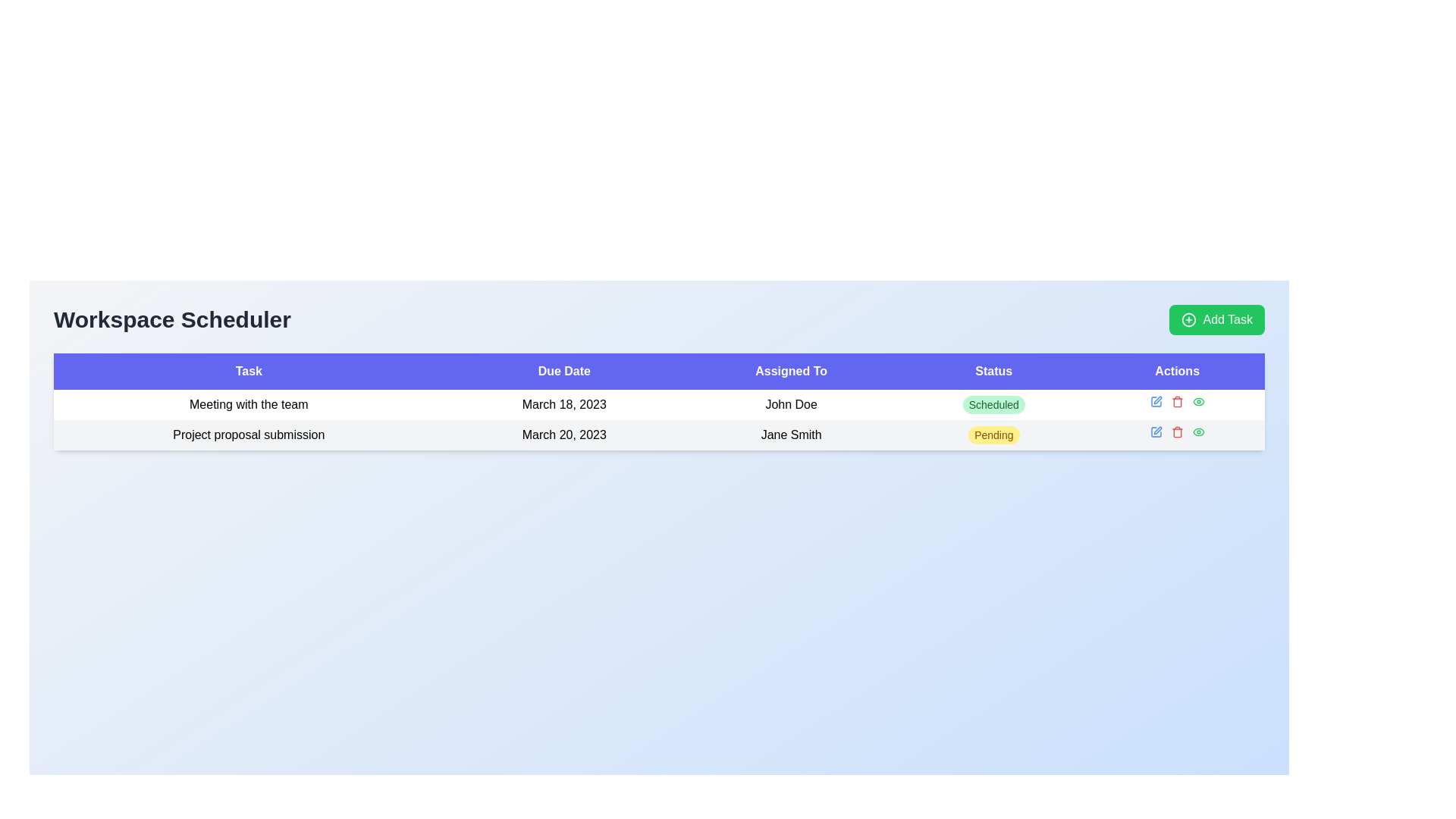 The width and height of the screenshot is (1456, 819). I want to click on the delete icon button located in the second row of the 'Actions' column in the table, so click(1176, 432).